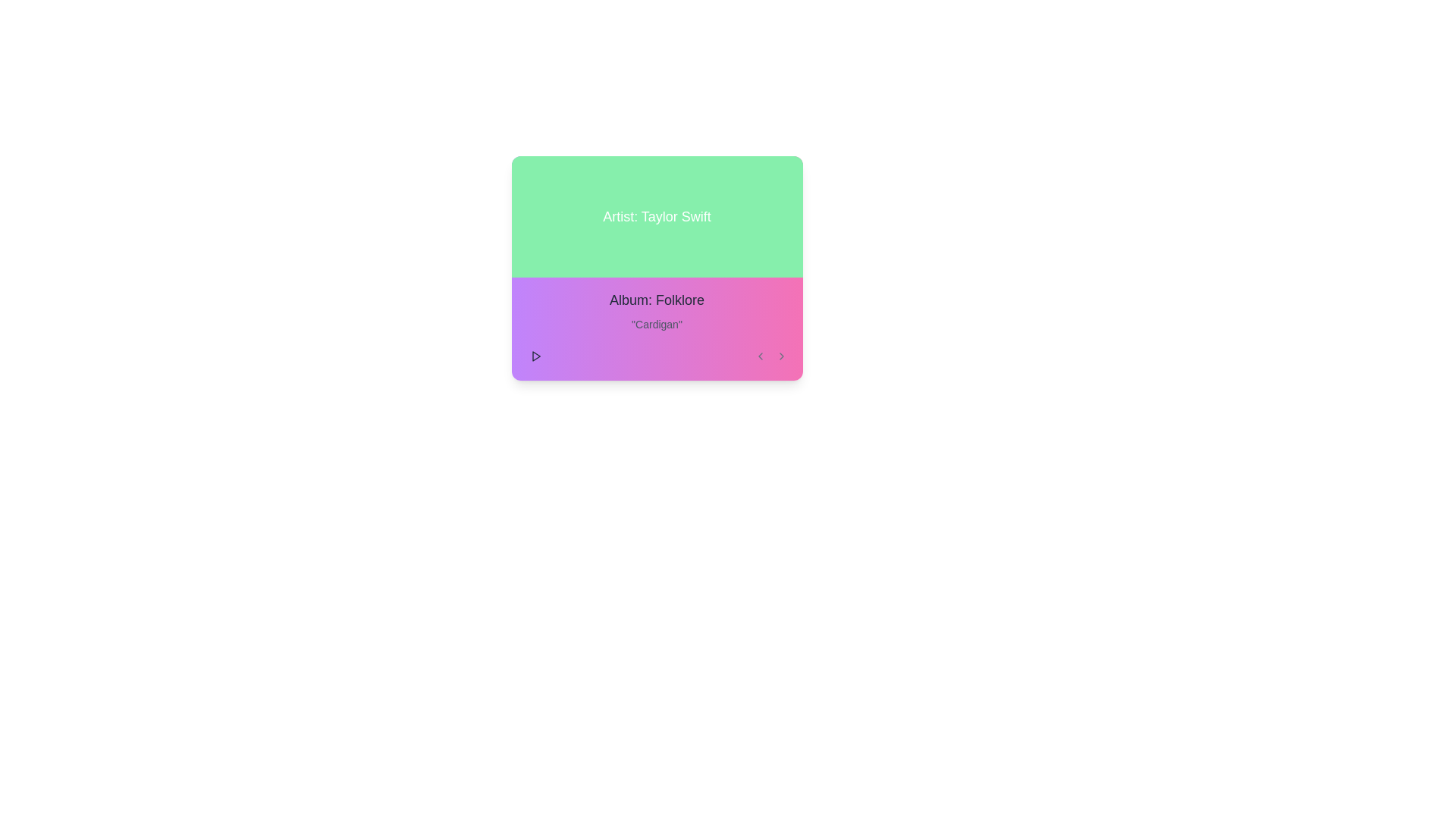 Image resolution: width=1456 pixels, height=819 pixels. Describe the element at coordinates (536, 356) in the screenshot. I see `the triangular play button icon located at the bottom-left corner of the card UI element` at that location.